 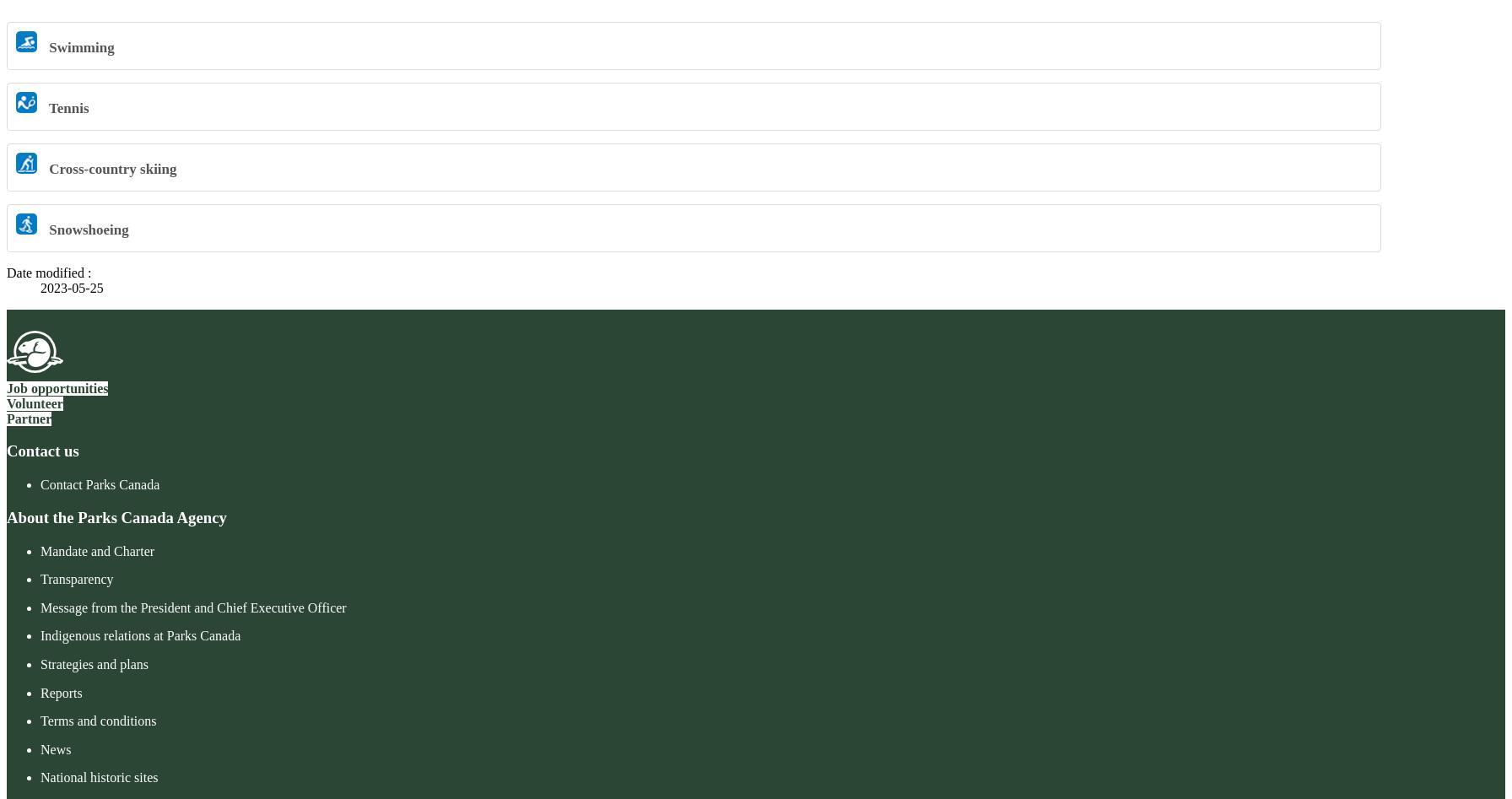 What do you see at coordinates (61, 692) in the screenshot?
I see `'Reports'` at bounding box center [61, 692].